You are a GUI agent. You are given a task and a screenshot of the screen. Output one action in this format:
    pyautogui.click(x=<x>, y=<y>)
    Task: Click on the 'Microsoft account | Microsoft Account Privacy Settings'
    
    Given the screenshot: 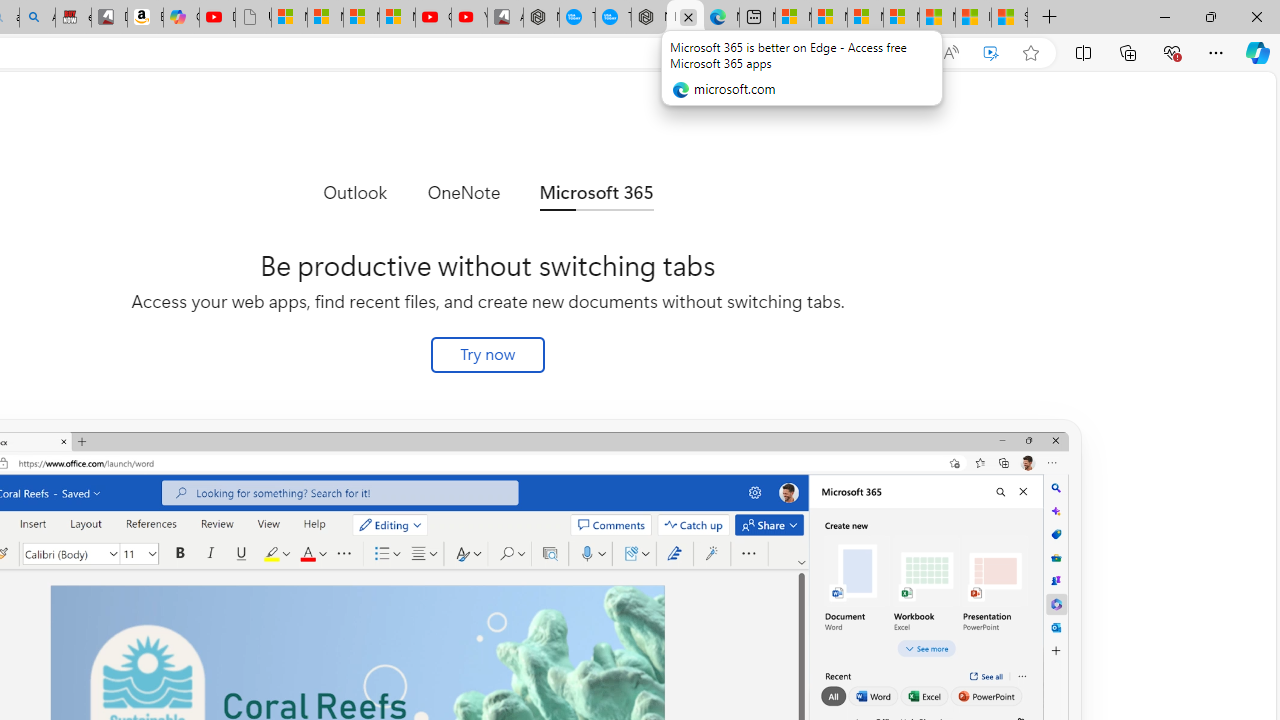 What is the action you would take?
    pyautogui.click(x=829, y=17)
    